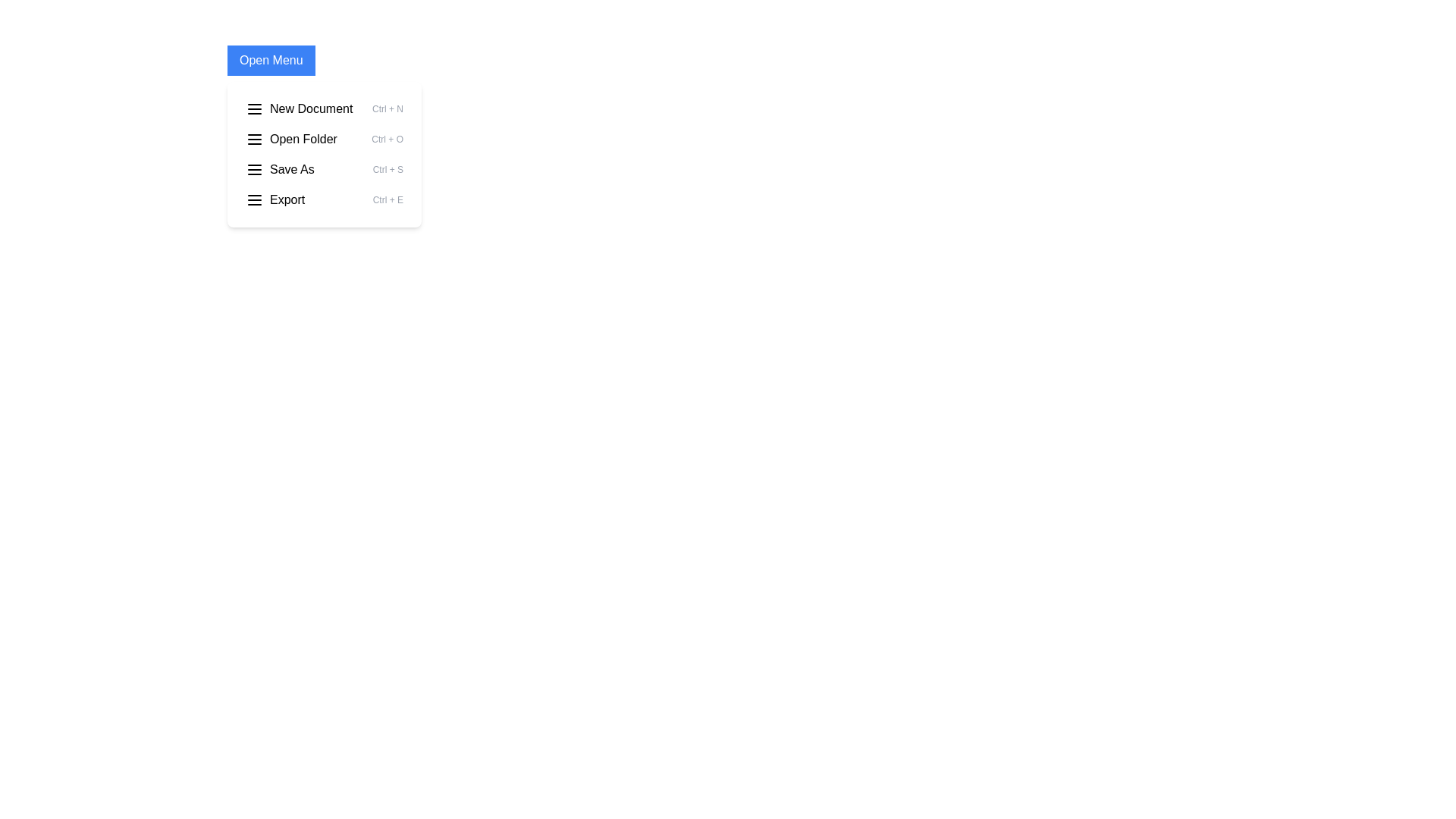 This screenshot has width=1456, height=819. Describe the element at coordinates (280, 169) in the screenshot. I see `the 'Save As' menu item, which is the third entry in the vertical navigation panel` at that location.